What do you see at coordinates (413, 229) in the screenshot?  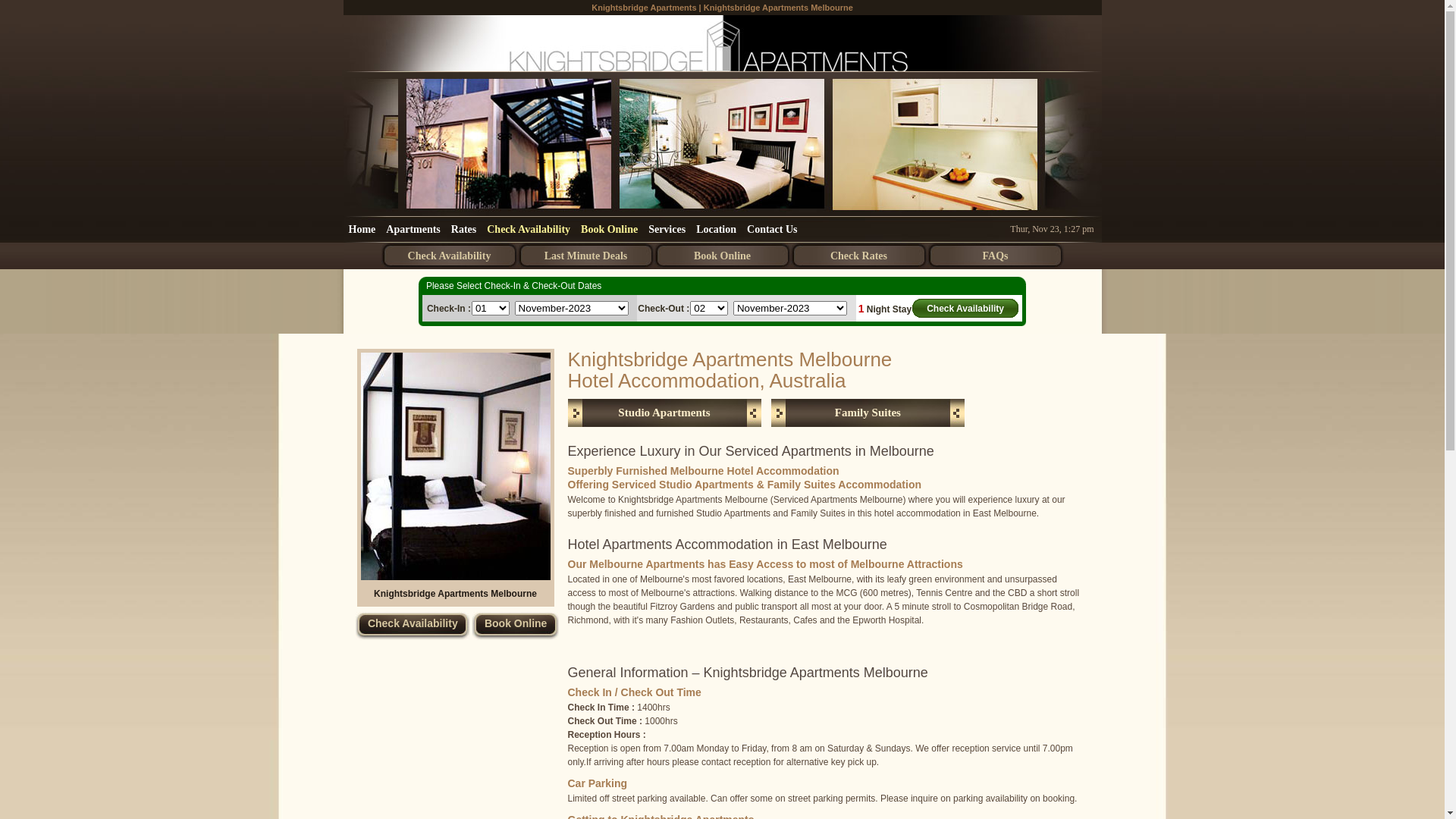 I see `'Apartments'` at bounding box center [413, 229].